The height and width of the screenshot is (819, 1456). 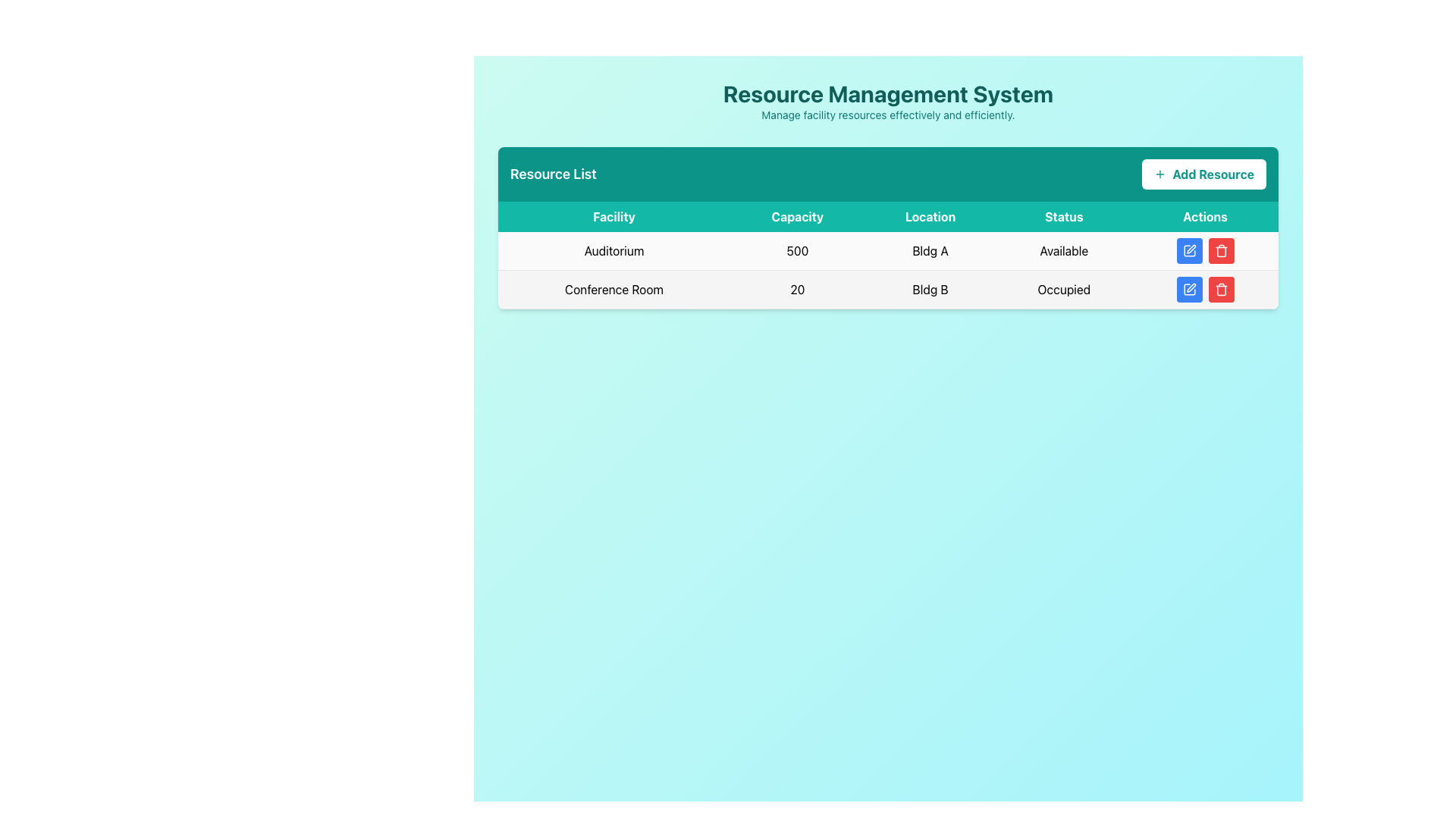 I want to click on the first button in the 'Actions' column of the 'Resource List' table, so click(x=1188, y=250).